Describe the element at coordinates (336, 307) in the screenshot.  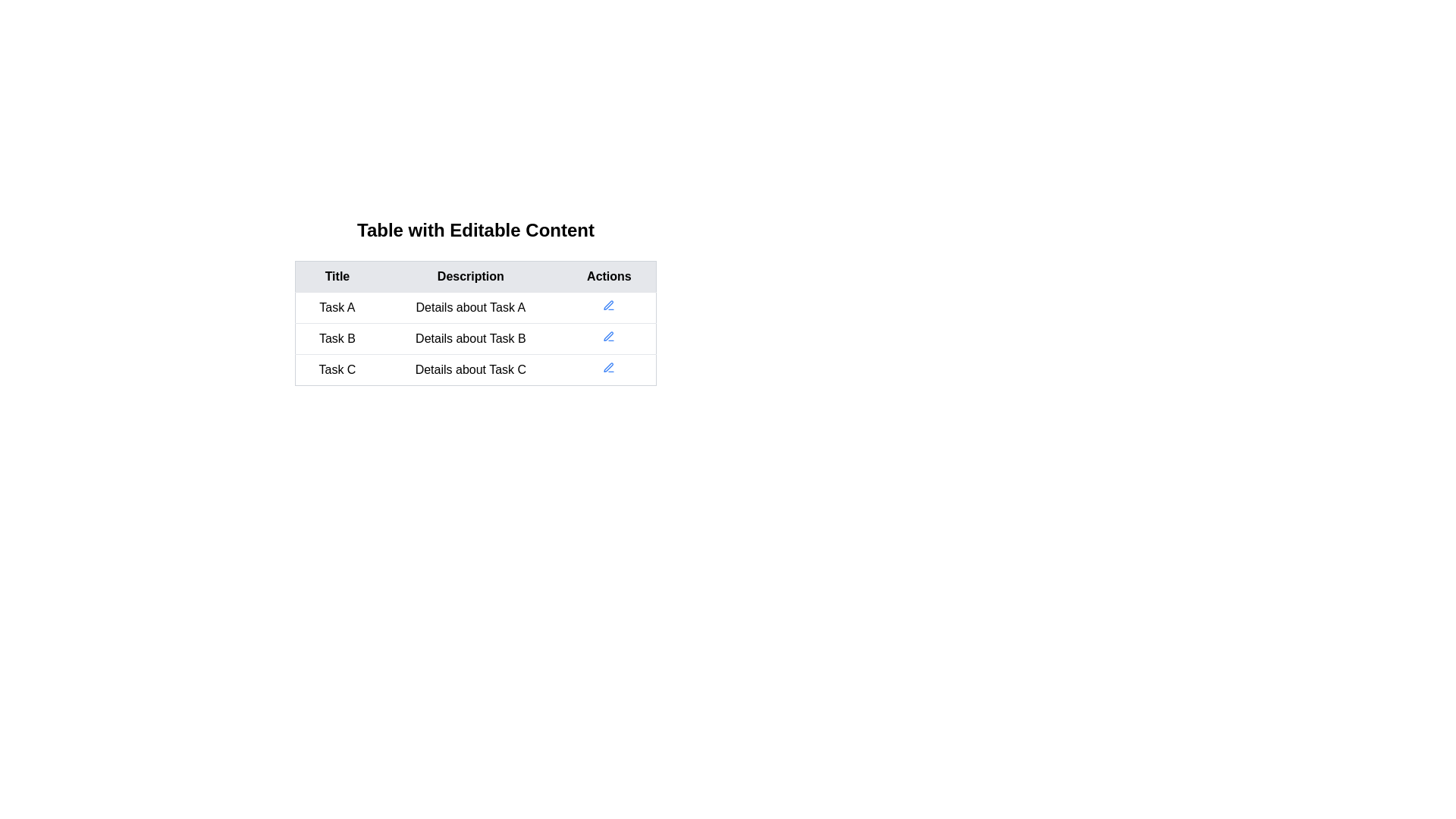
I see `the static text label 'Task A' which is located in the first row of the 'Title' column of the table` at that location.